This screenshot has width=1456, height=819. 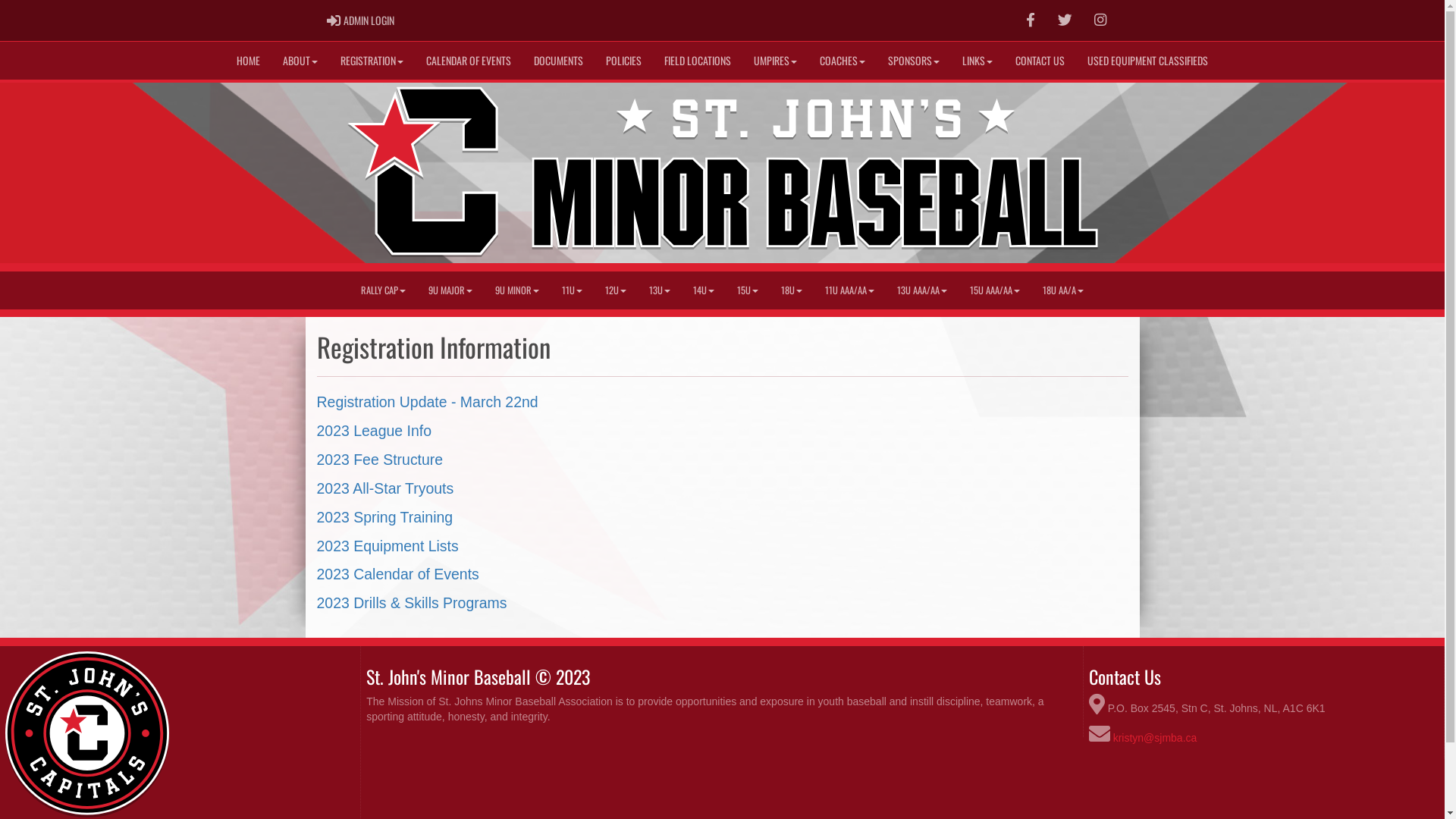 I want to click on '12U', so click(x=615, y=290).